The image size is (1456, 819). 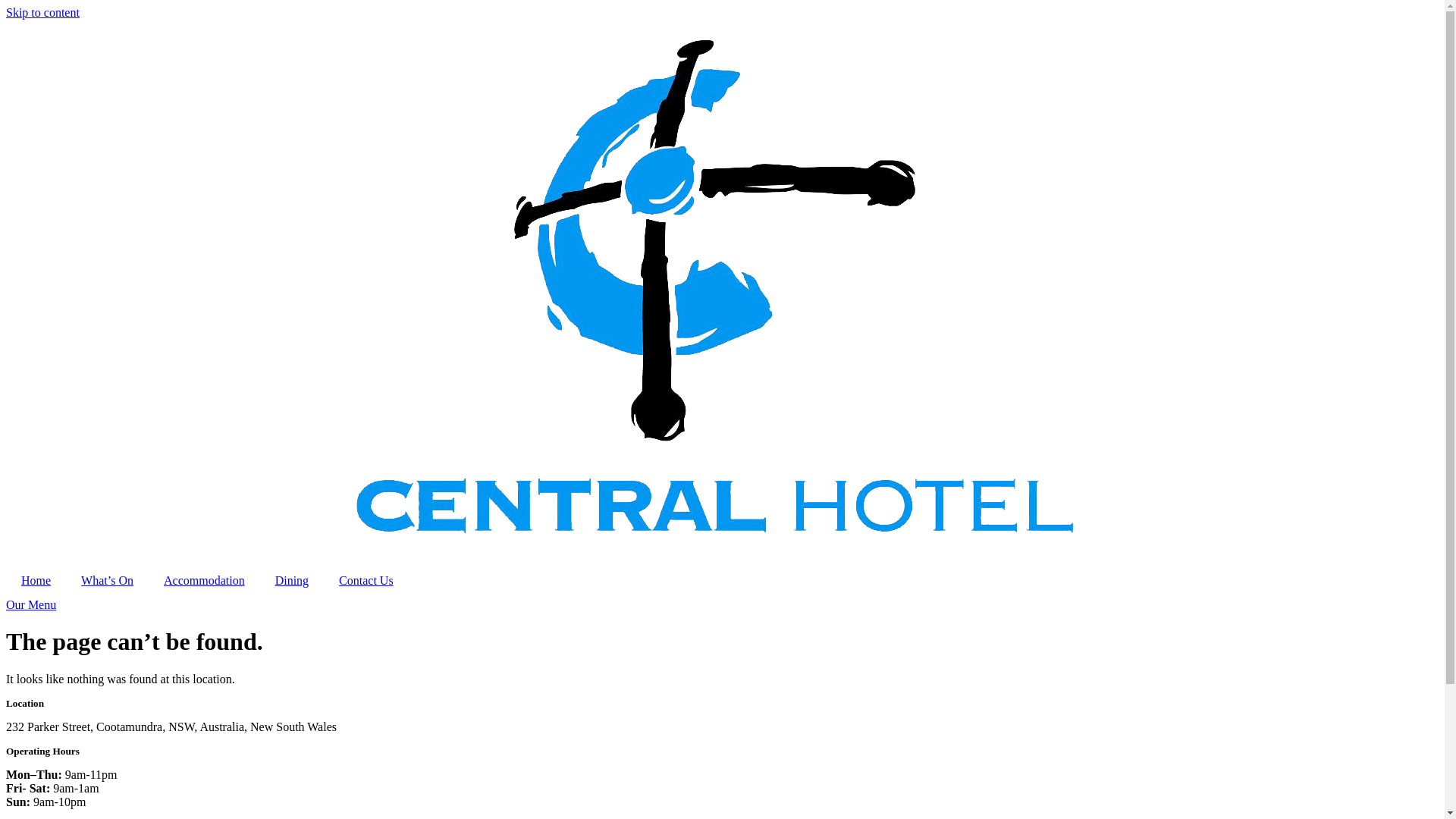 I want to click on 'Contact Us', so click(x=366, y=580).